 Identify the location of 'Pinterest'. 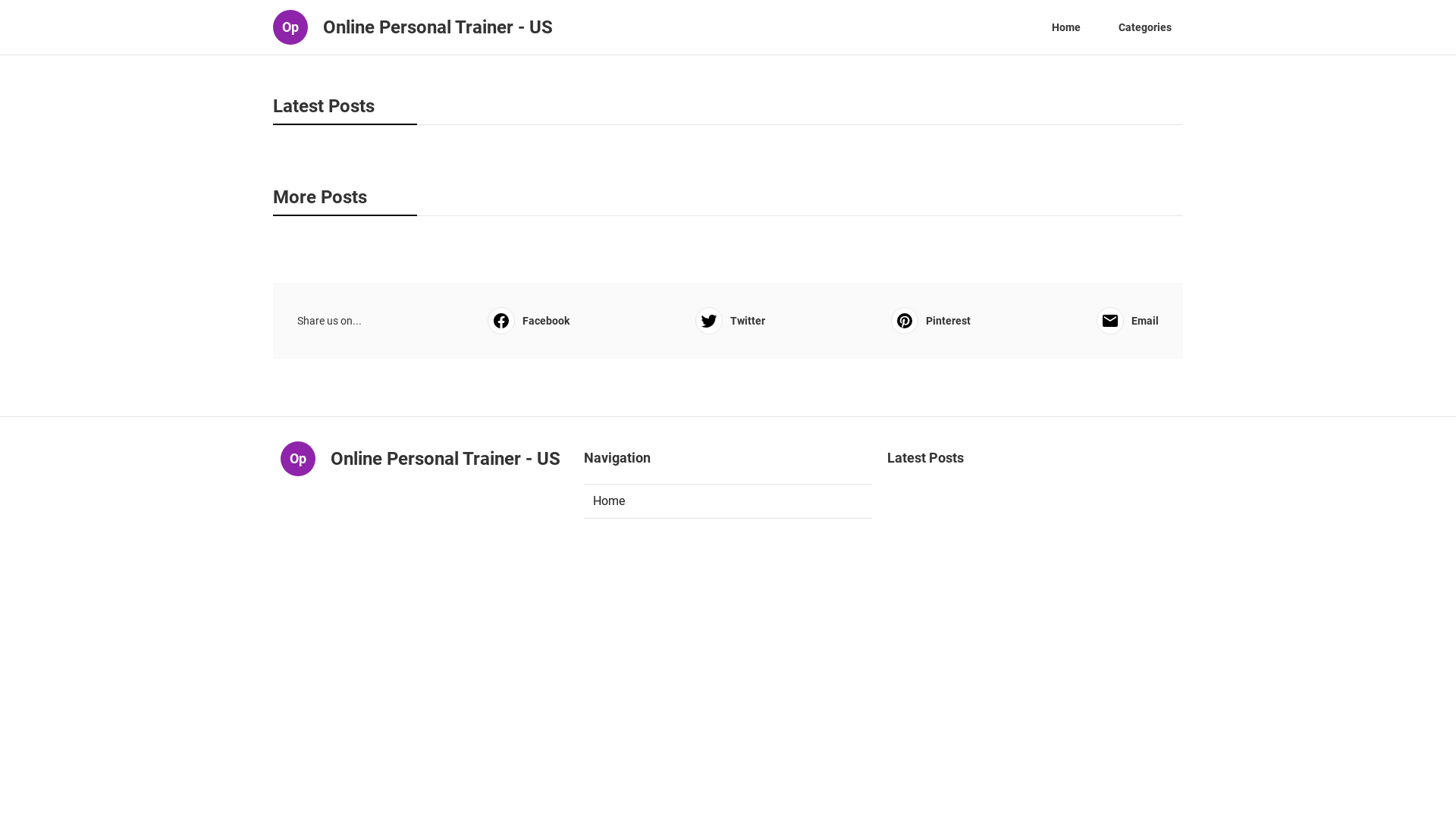
(930, 320).